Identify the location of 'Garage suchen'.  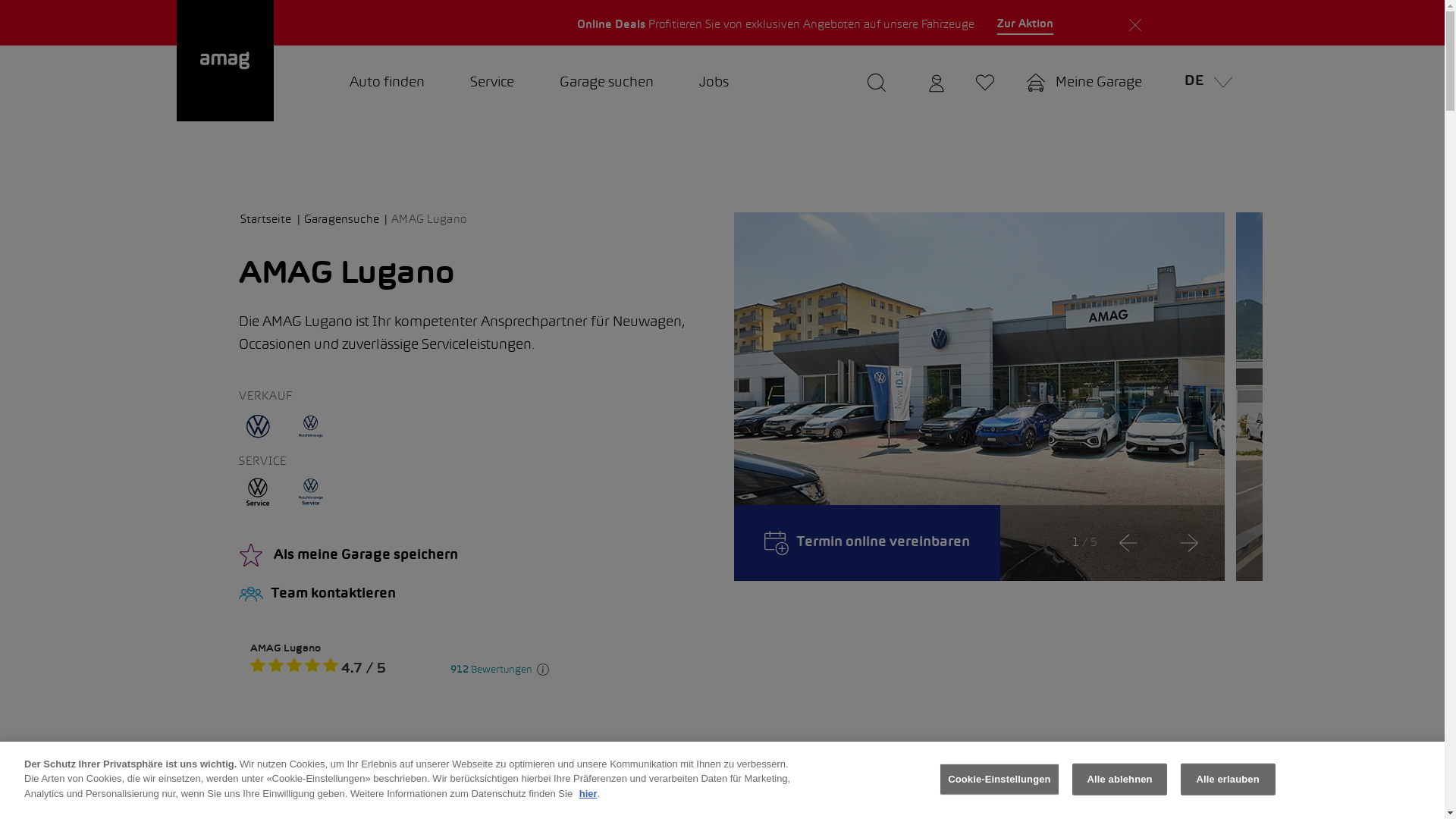
(607, 83).